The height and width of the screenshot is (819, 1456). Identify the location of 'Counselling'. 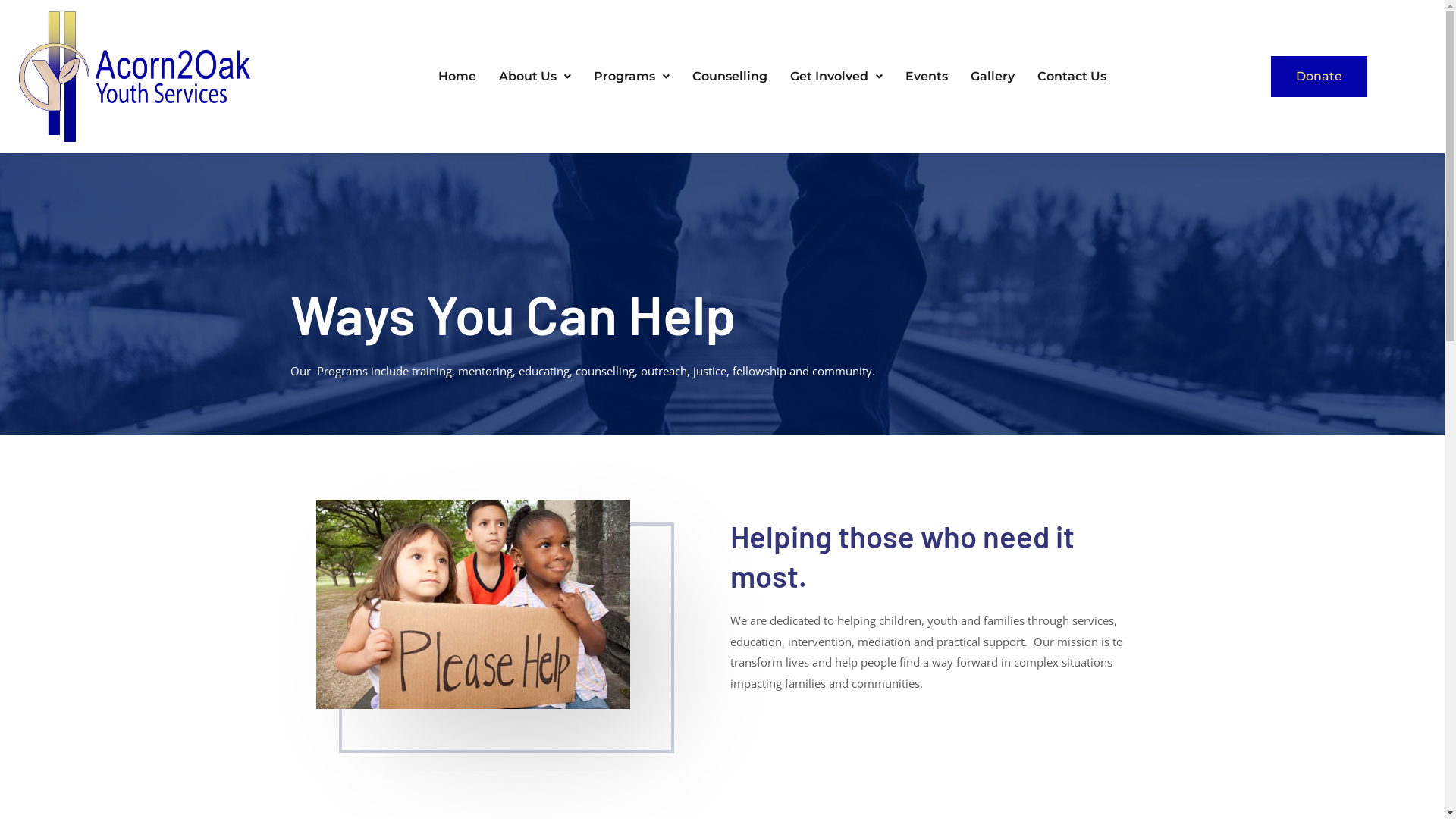
(730, 76).